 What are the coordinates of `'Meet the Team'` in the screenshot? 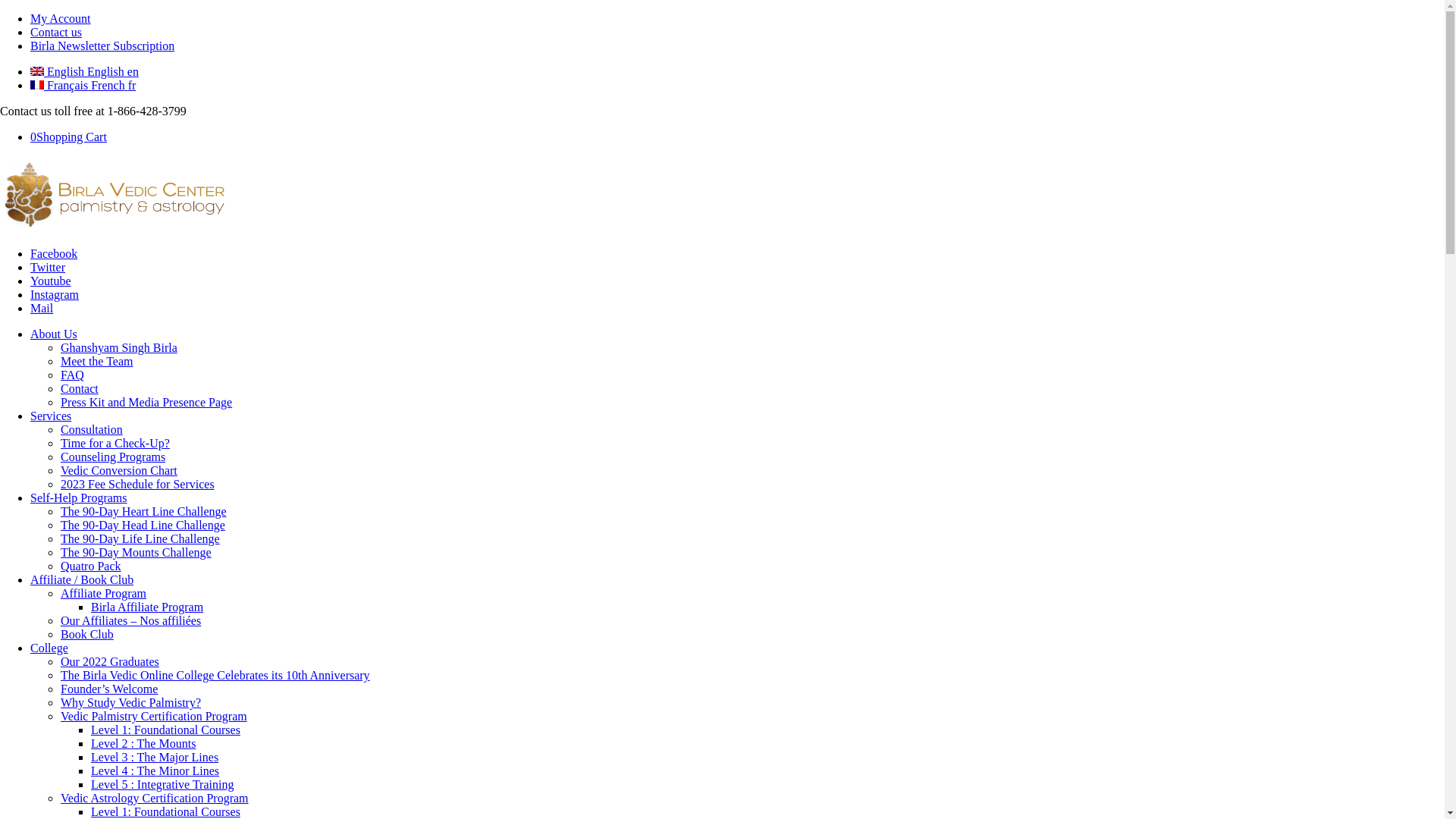 It's located at (61, 361).